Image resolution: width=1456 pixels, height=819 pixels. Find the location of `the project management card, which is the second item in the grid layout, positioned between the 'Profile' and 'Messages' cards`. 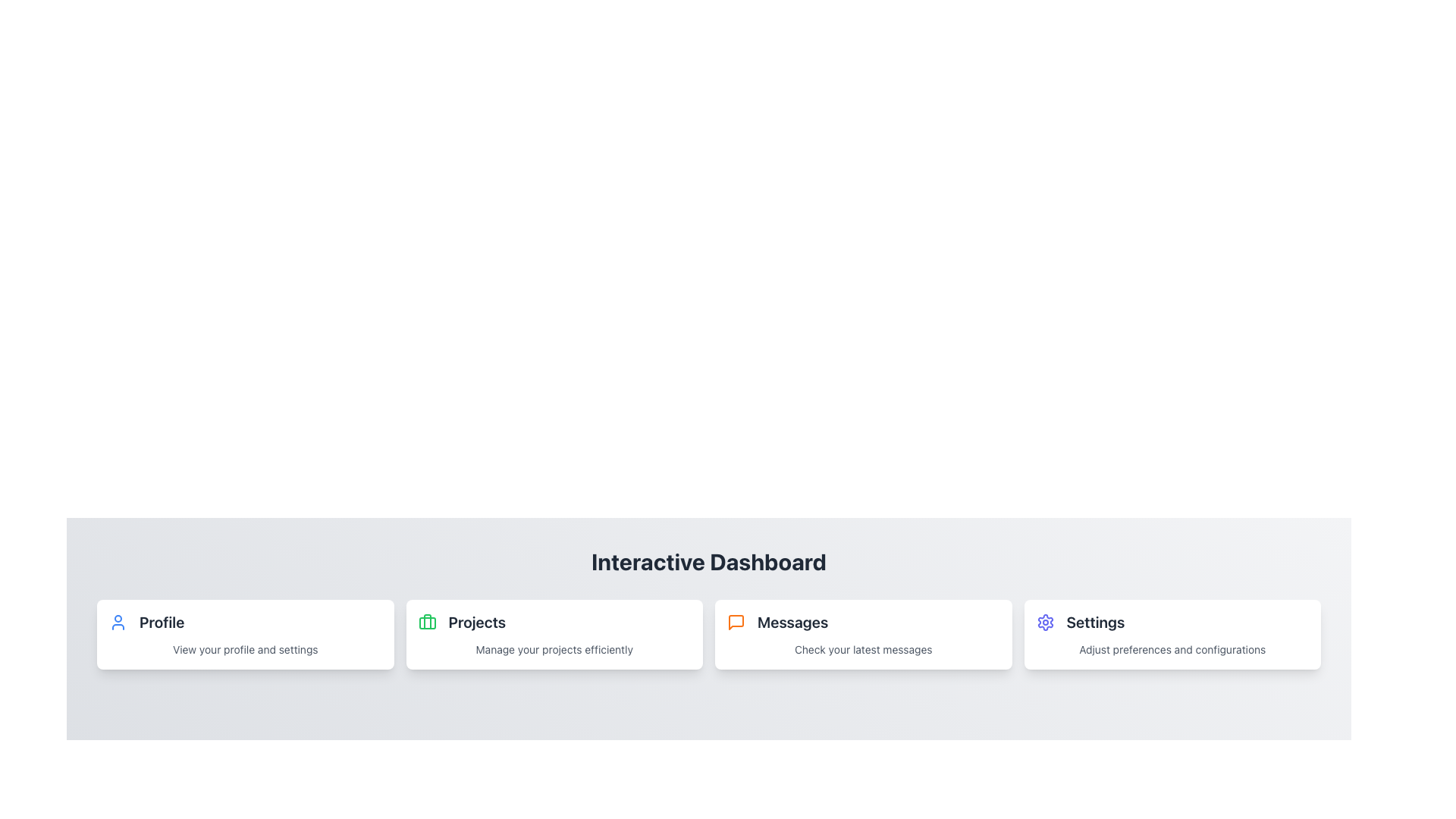

the project management card, which is the second item in the grid layout, positioned between the 'Profile' and 'Messages' cards is located at coordinates (554, 635).